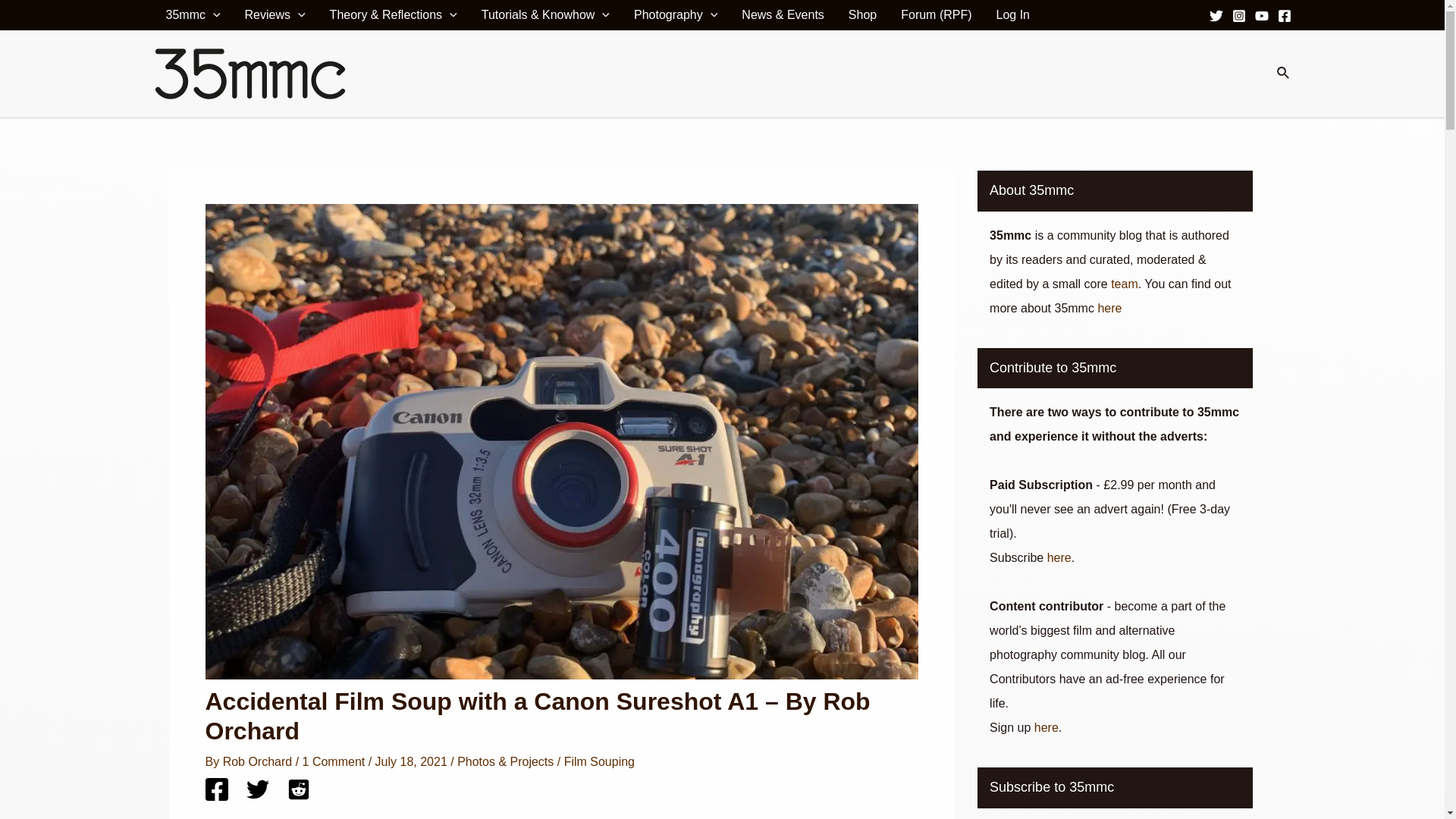 This screenshot has width=1456, height=819. What do you see at coordinates (729, 14) in the screenshot?
I see `'News & Events'` at bounding box center [729, 14].